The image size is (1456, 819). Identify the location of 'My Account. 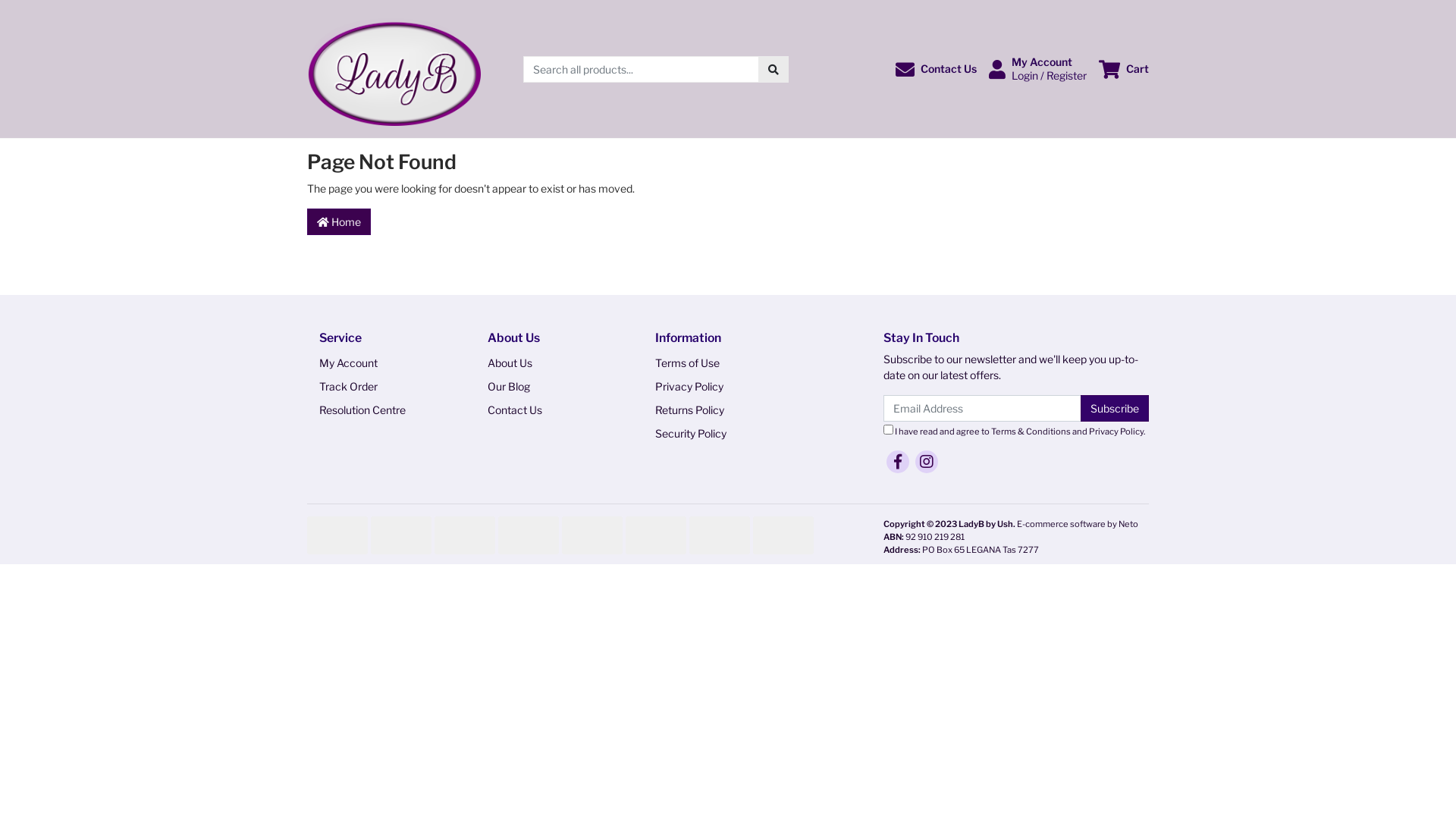
(1037, 69).